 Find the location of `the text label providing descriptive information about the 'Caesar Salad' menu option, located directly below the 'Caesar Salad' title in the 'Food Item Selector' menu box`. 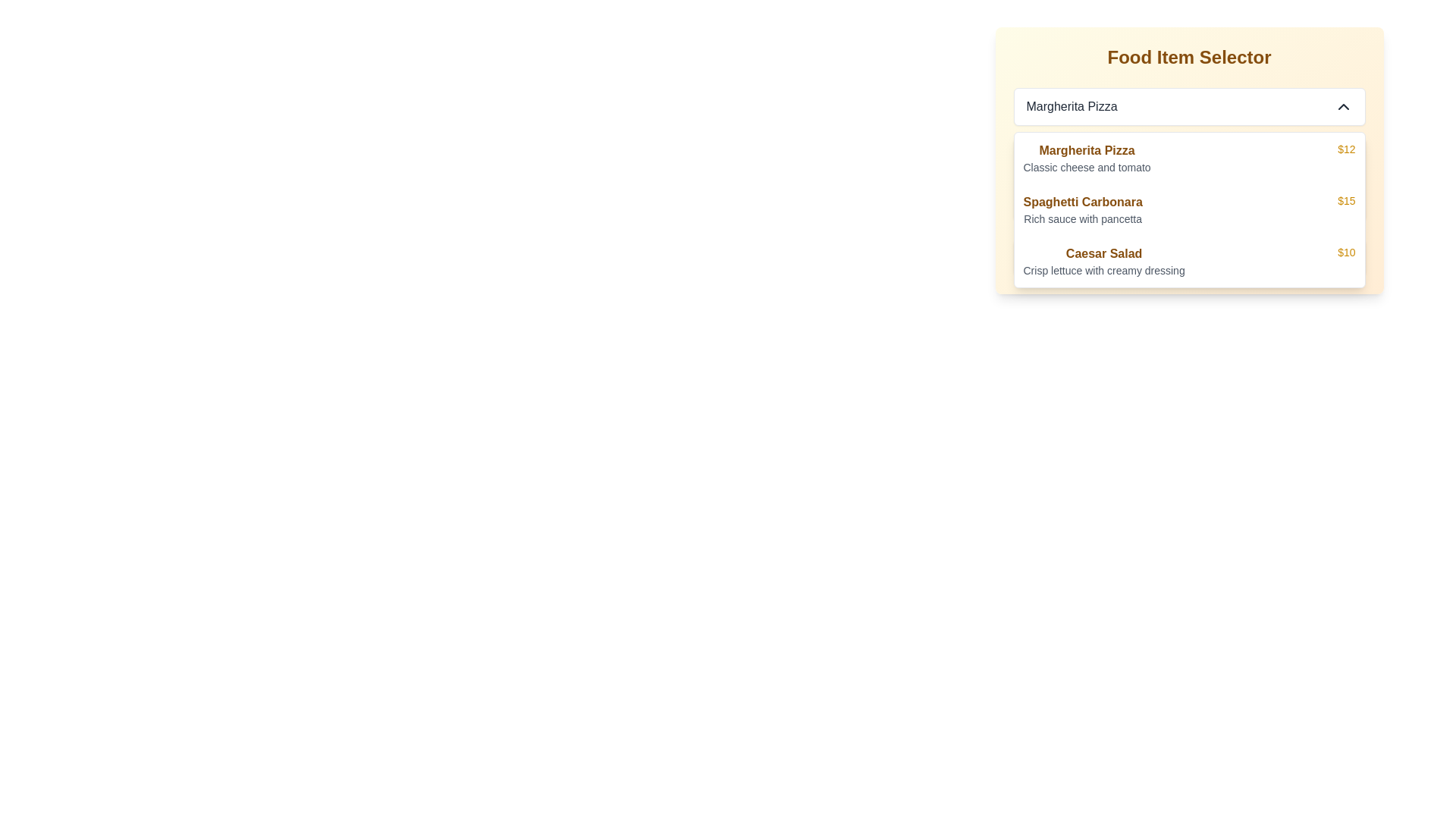

the text label providing descriptive information about the 'Caesar Salad' menu option, located directly below the 'Caesar Salad' title in the 'Food Item Selector' menu box is located at coordinates (1104, 270).